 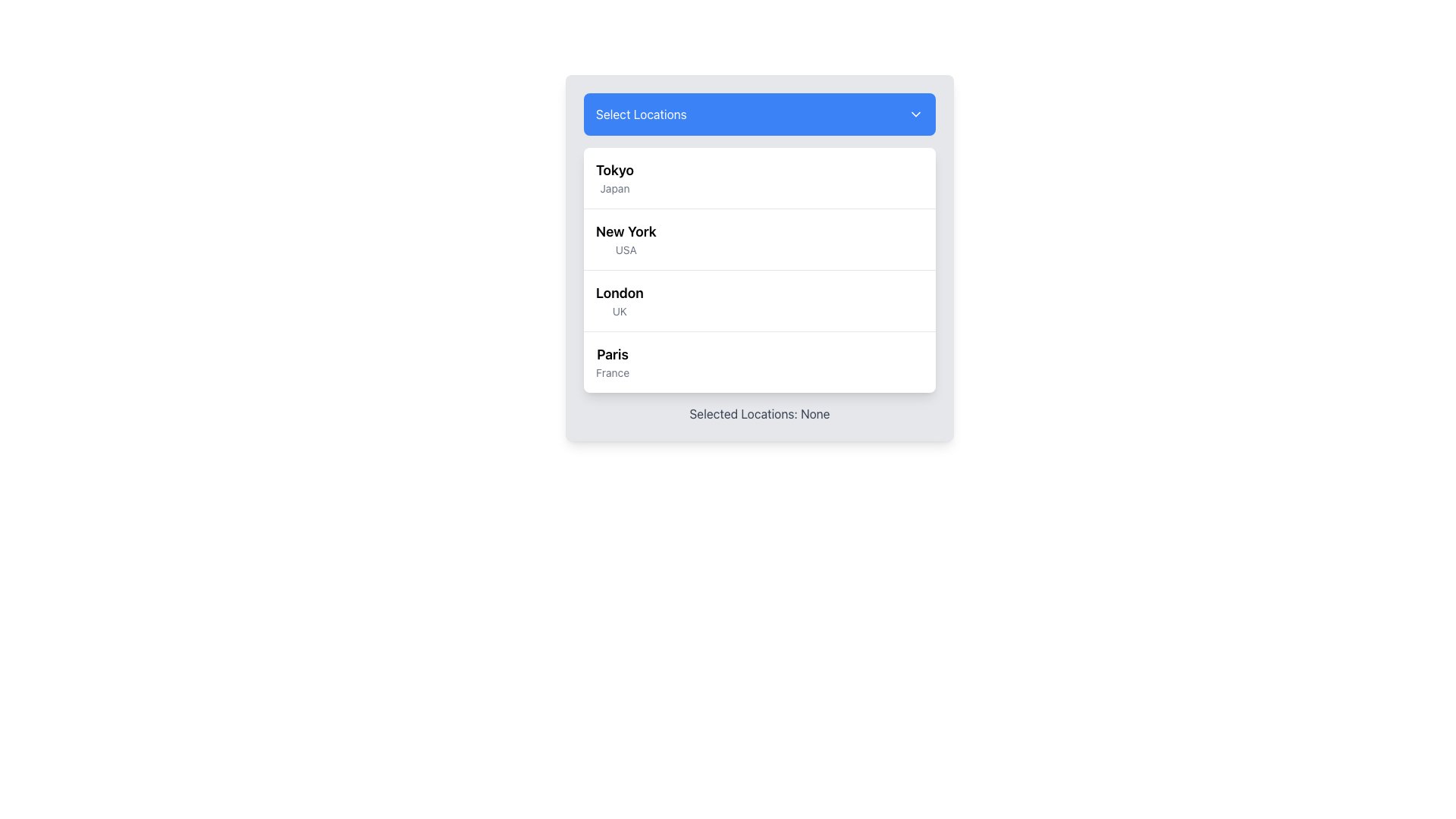 I want to click on to select the list item displaying 'London' in bold, which is the third item in the list, positioned between 'New York, USA' and 'Paris, France', so click(x=760, y=300).